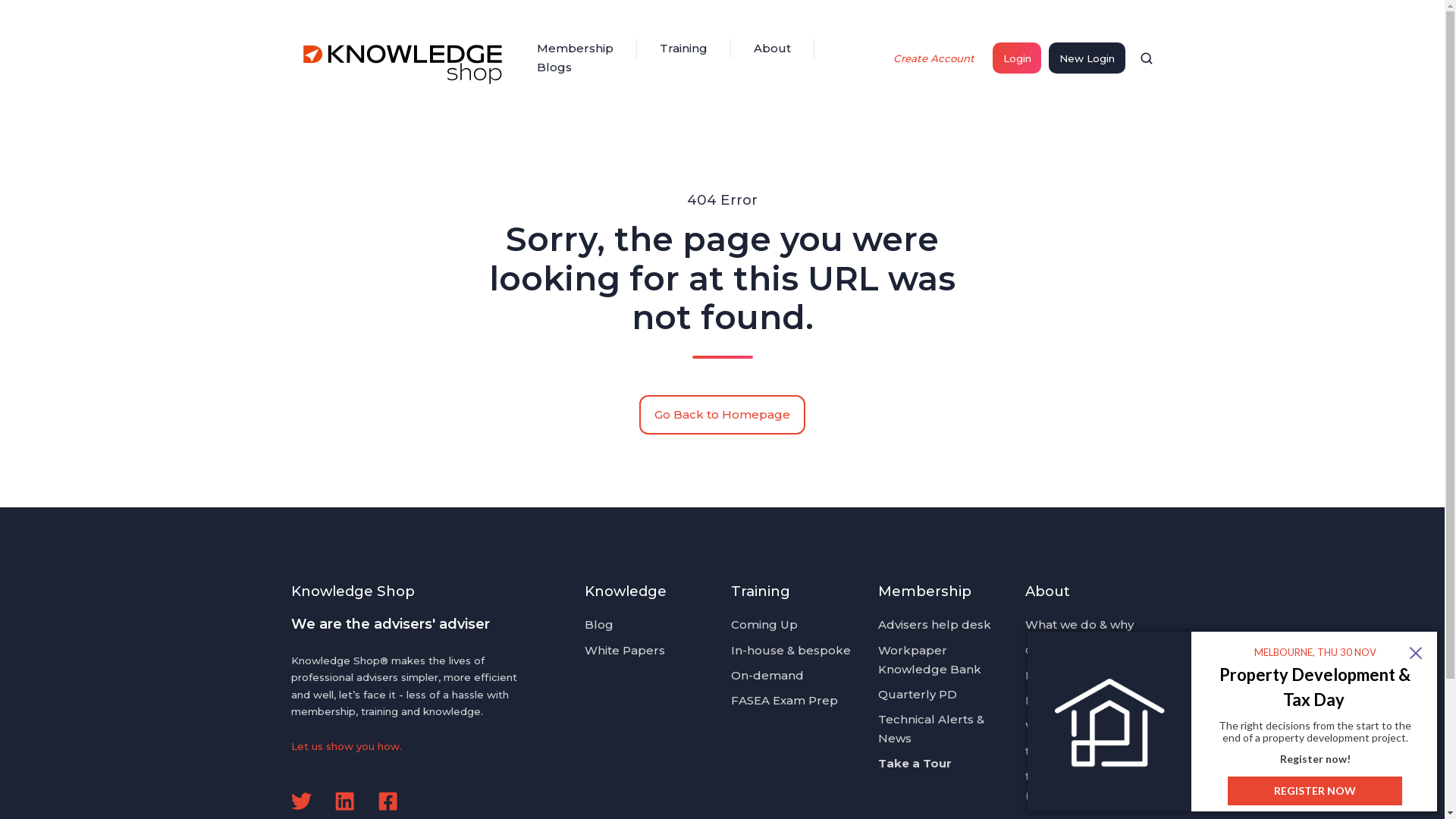  Describe the element at coordinates (625, 649) in the screenshot. I see `'White Papers'` at that location.